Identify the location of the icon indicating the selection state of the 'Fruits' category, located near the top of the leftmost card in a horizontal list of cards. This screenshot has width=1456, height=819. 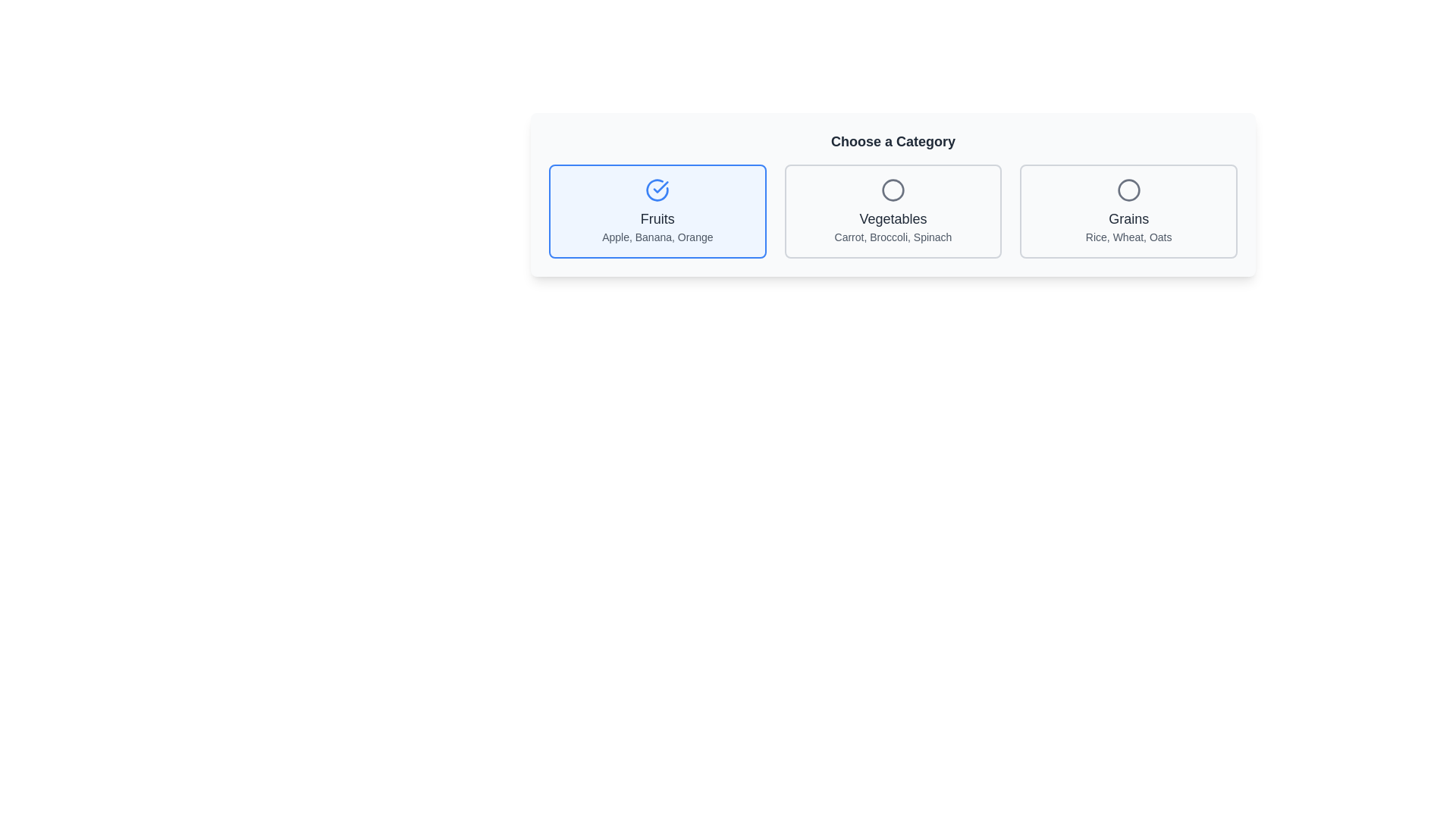
(657, 189).